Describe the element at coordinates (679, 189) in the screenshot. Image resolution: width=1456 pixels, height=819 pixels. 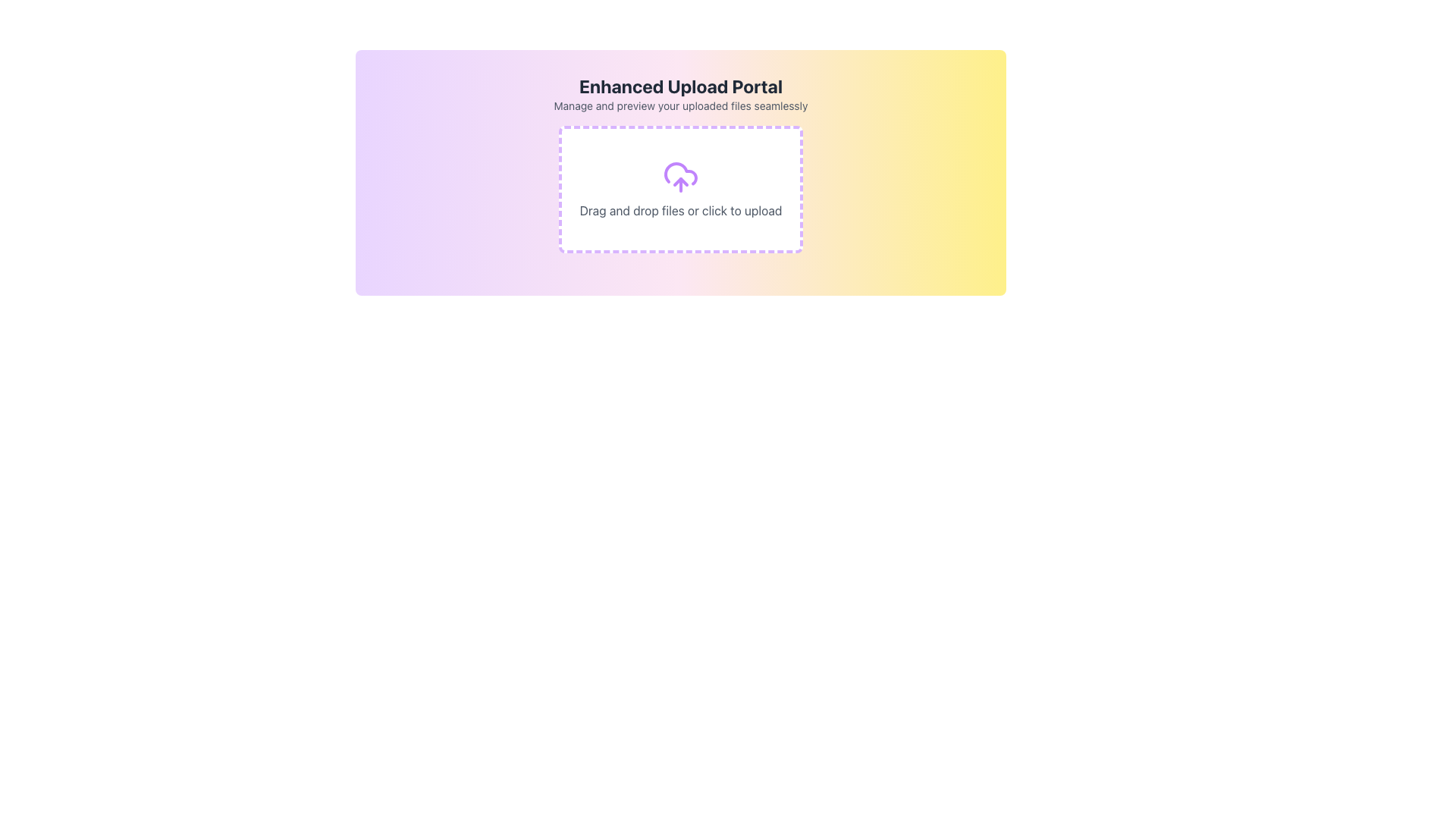
I see `files onto the File upload zone, which is a rectangular component with a white background and a dashed purple border` at that location.